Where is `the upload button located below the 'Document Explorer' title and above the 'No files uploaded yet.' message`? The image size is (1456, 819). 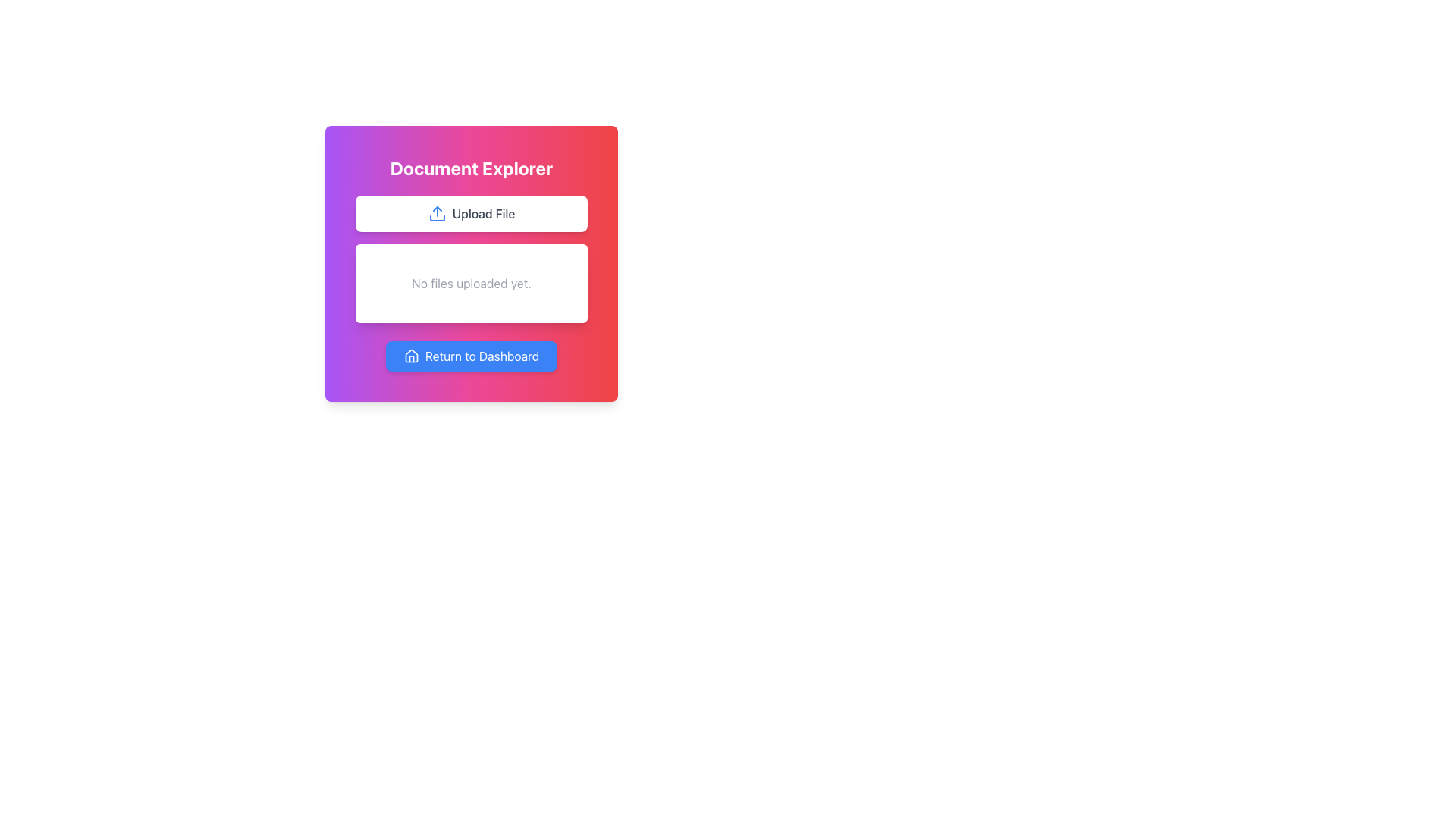 the upload button located below the 'Document Explorer' title and above the 'No files uploaded yet.' message is located at coordinates (471, 213).